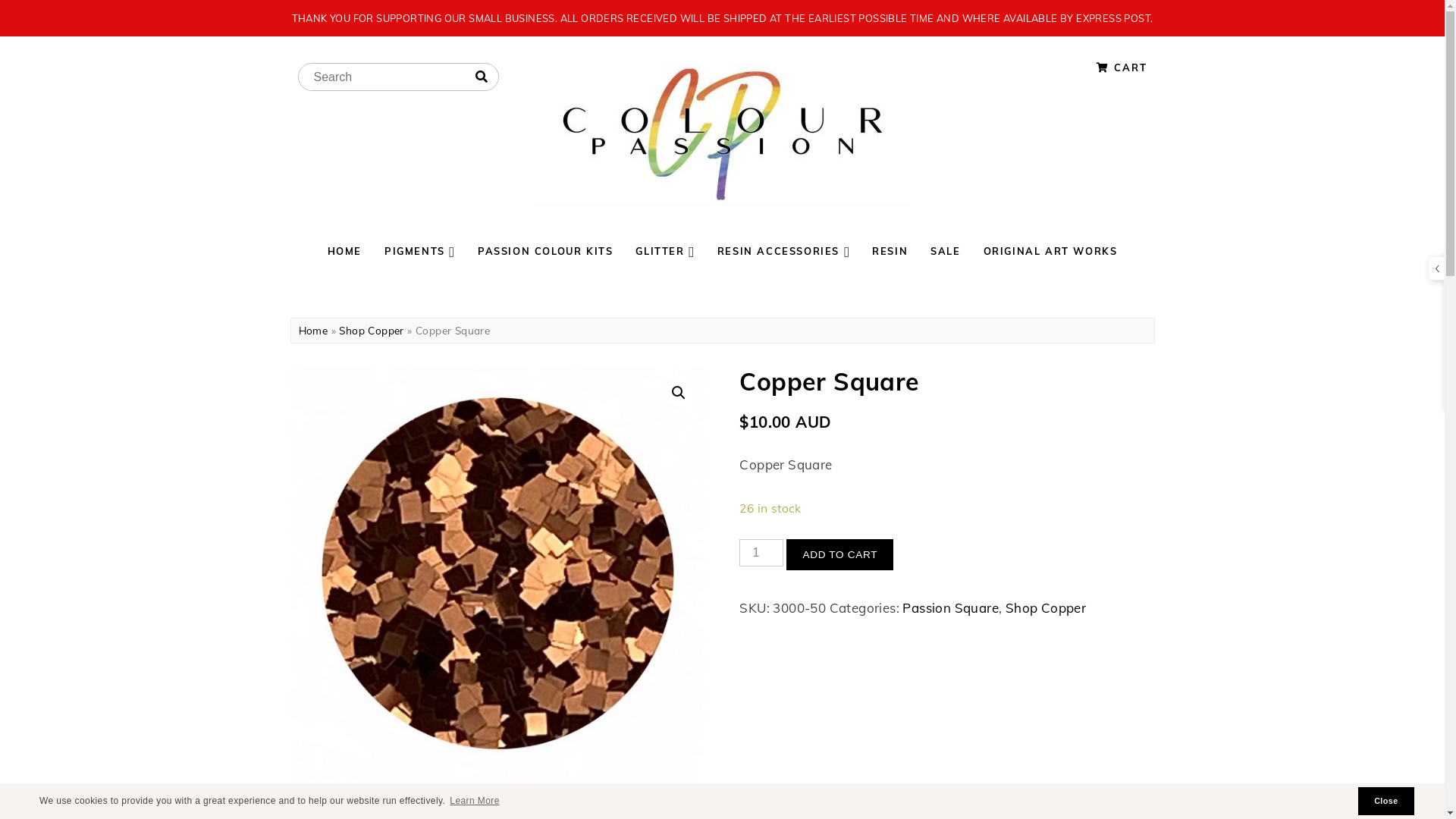  Describe the element at coordinates (890, 250) in the screenshot. I see `'RESIN'` at that location.